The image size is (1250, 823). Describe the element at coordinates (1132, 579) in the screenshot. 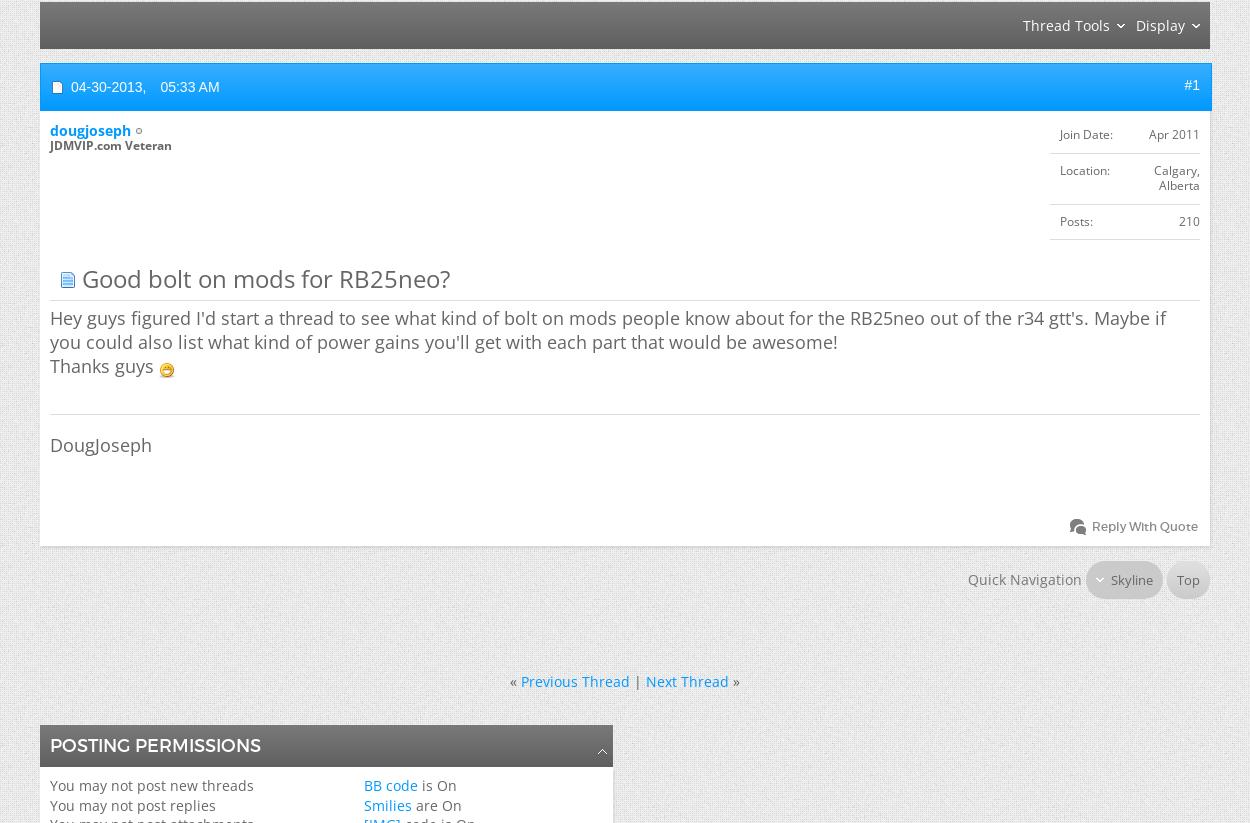

I see `'Skyline'` at that location.